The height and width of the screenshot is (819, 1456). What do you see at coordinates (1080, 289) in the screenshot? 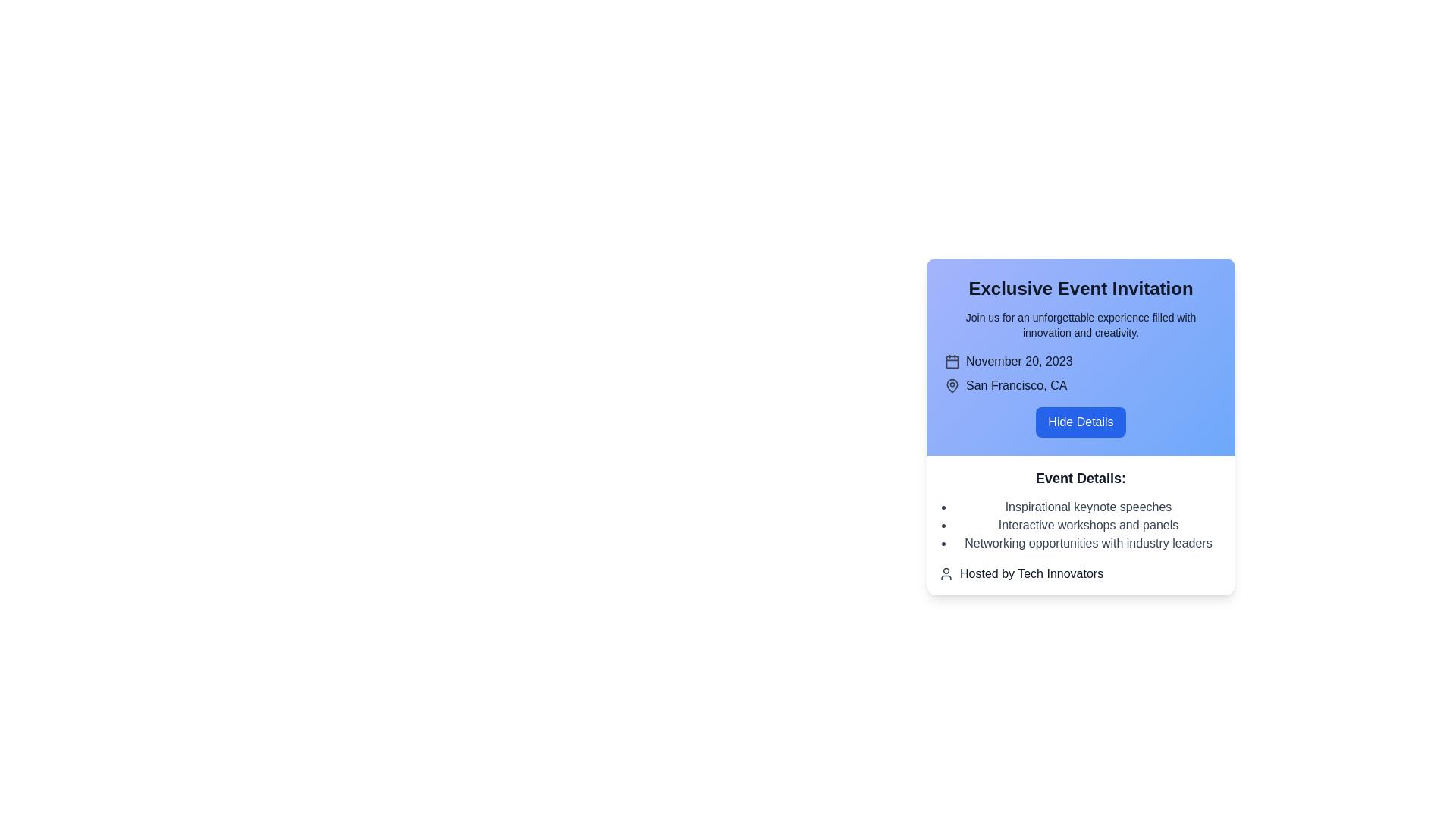
I see `the bold, large 'Exclusive Event Invitation' text element at the top of the card component, which is styled to grab attention on a light-blue background` at bounding box center [1080, 289].